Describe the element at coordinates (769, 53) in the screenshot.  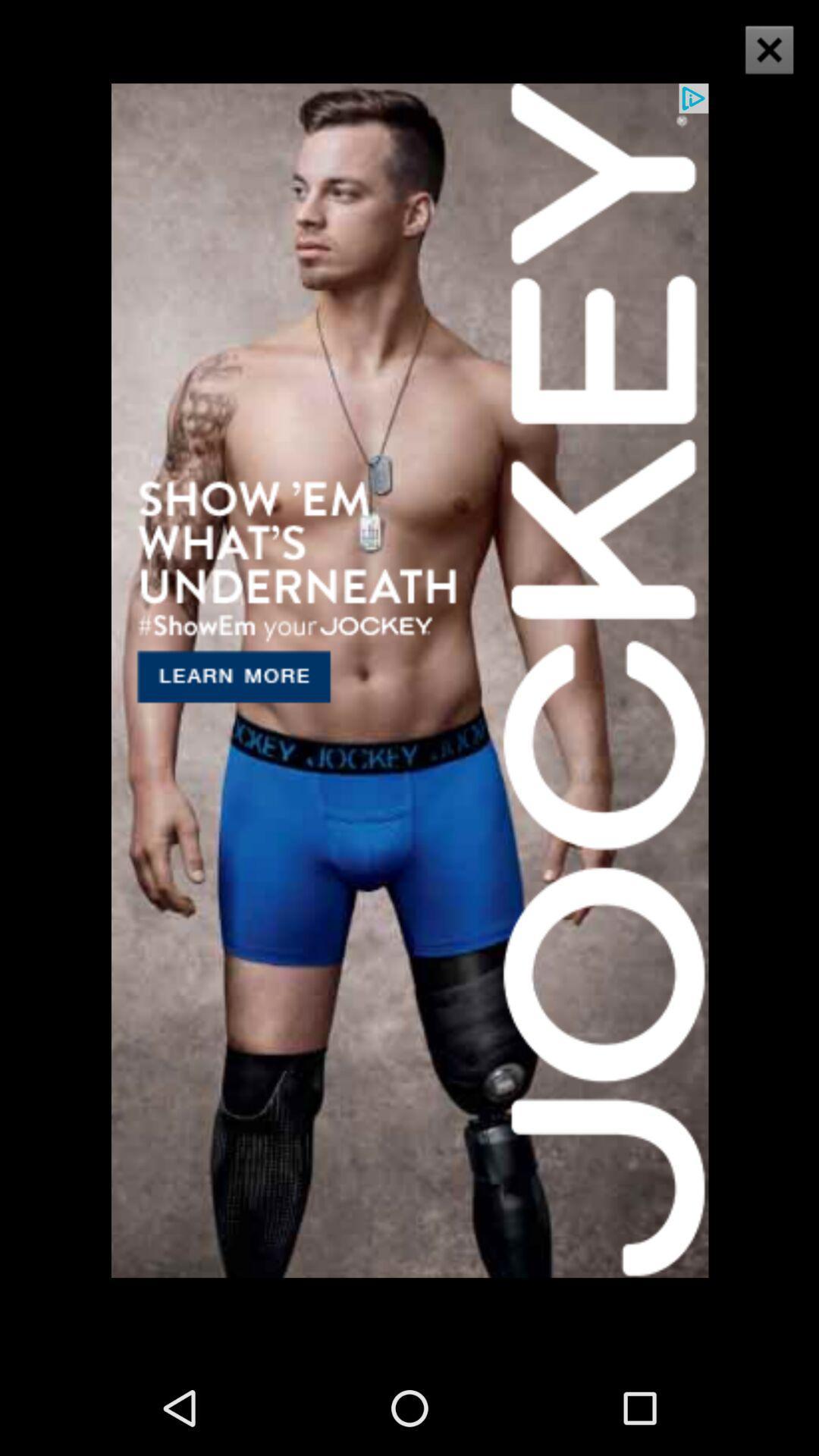
I see `the close icon` at that location.